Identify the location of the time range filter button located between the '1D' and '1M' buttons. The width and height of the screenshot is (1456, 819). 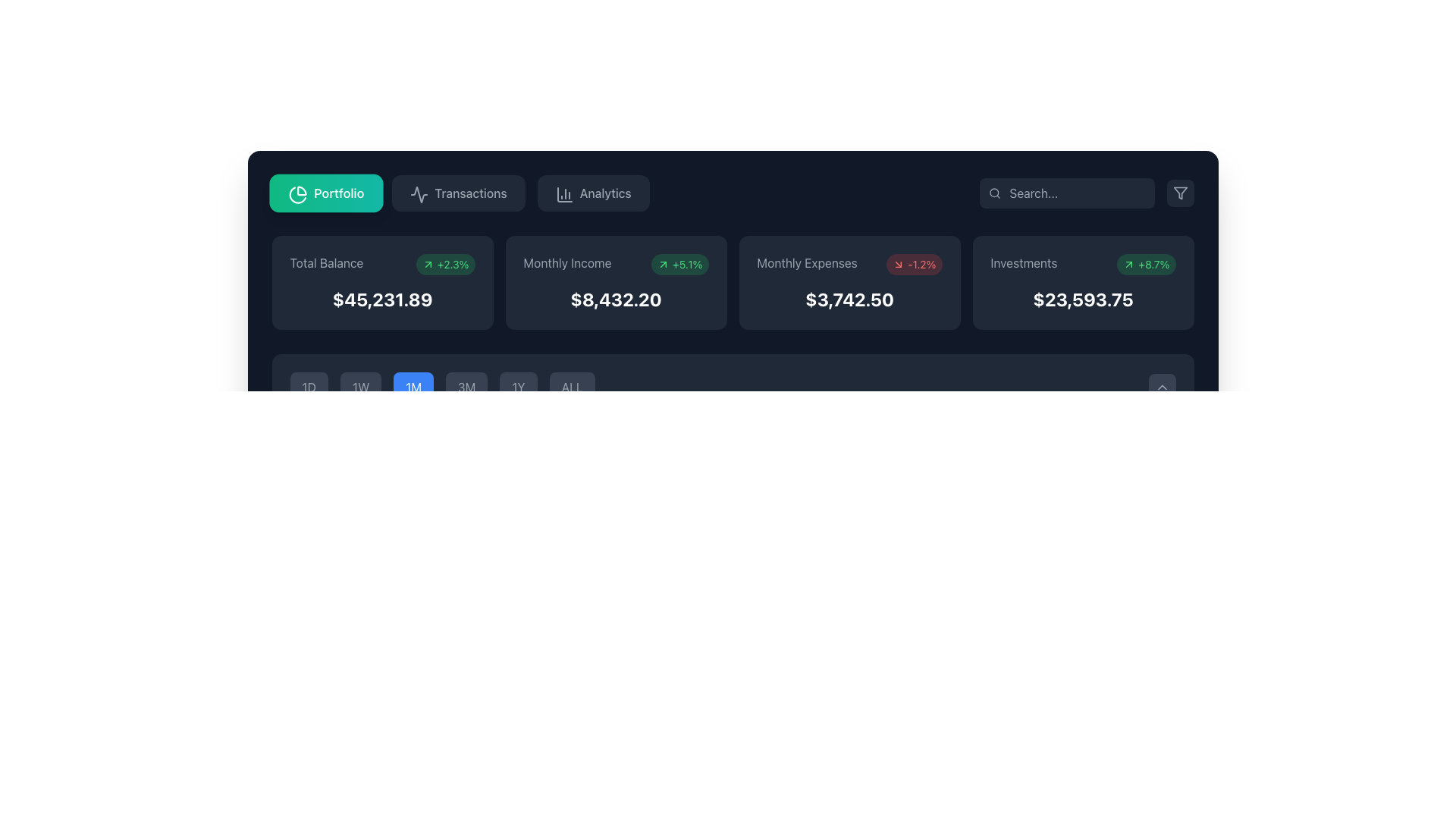
(359, 386).